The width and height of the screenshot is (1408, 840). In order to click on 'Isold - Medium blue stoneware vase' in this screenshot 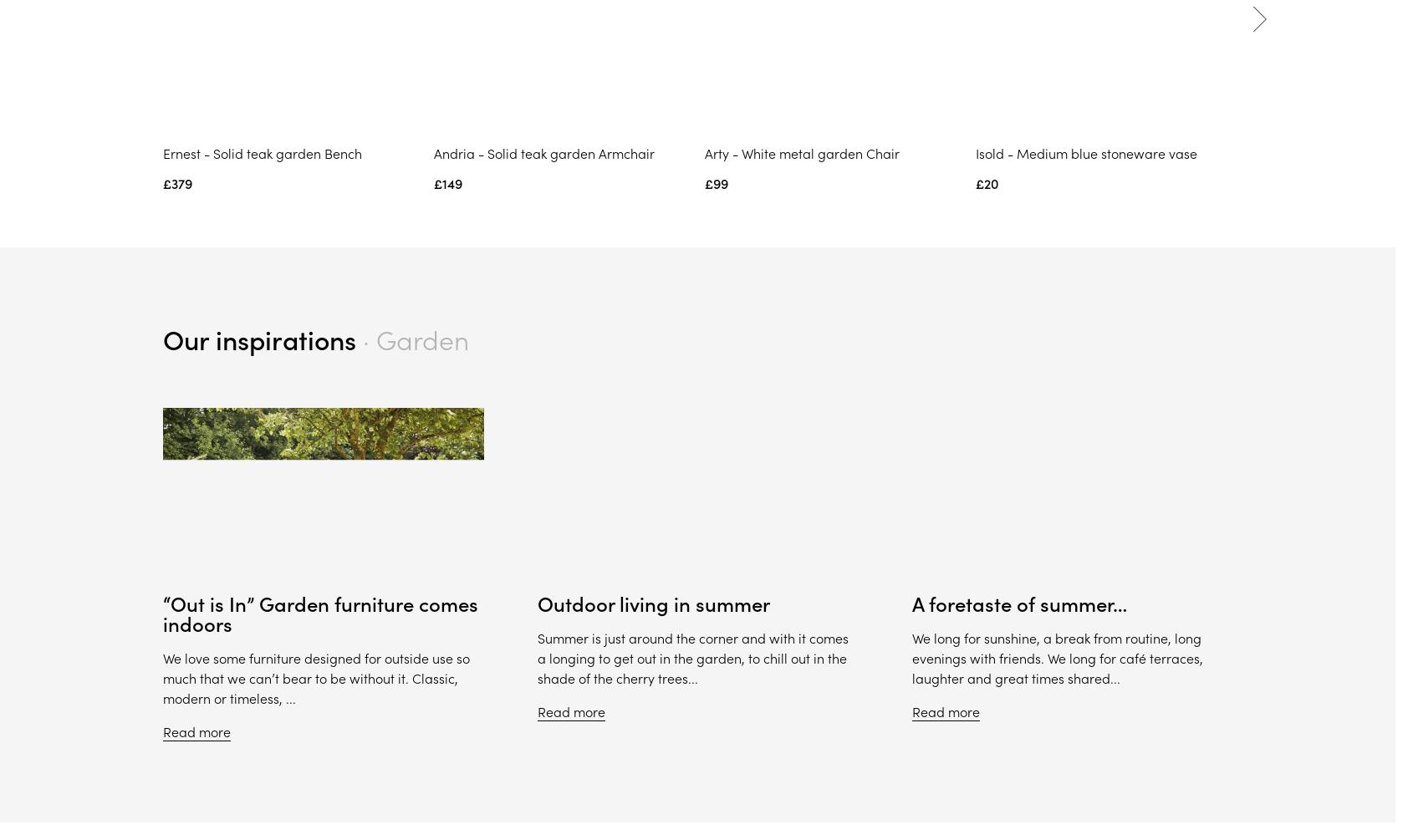, I will do `click(1084, 153)`.